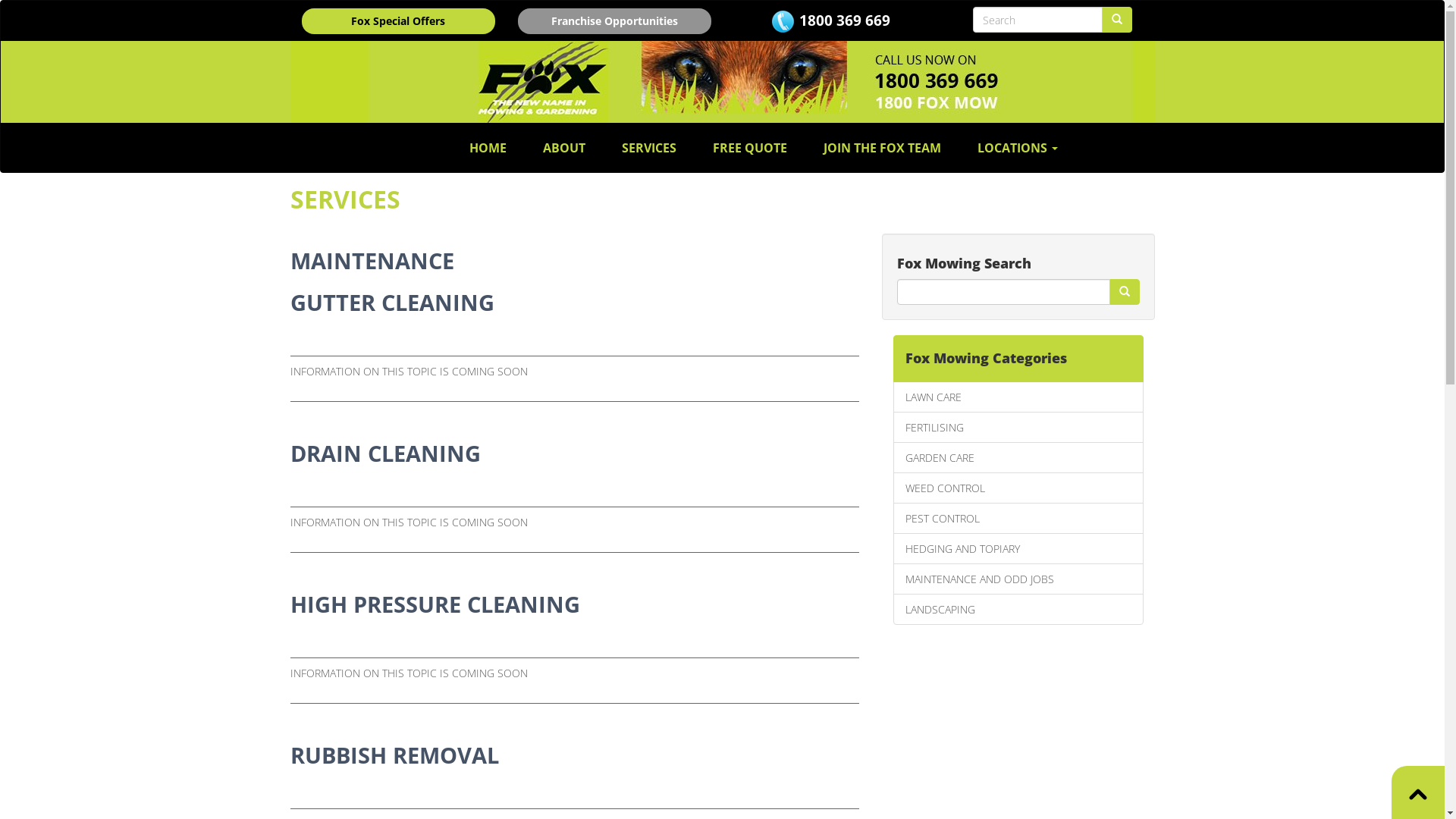 The width and height of the screenshot is (1456, 819). What do you see at coordinates (648, 148) in the screenshot?
I see `'SERVICES'` at bounding box center [648, 148].